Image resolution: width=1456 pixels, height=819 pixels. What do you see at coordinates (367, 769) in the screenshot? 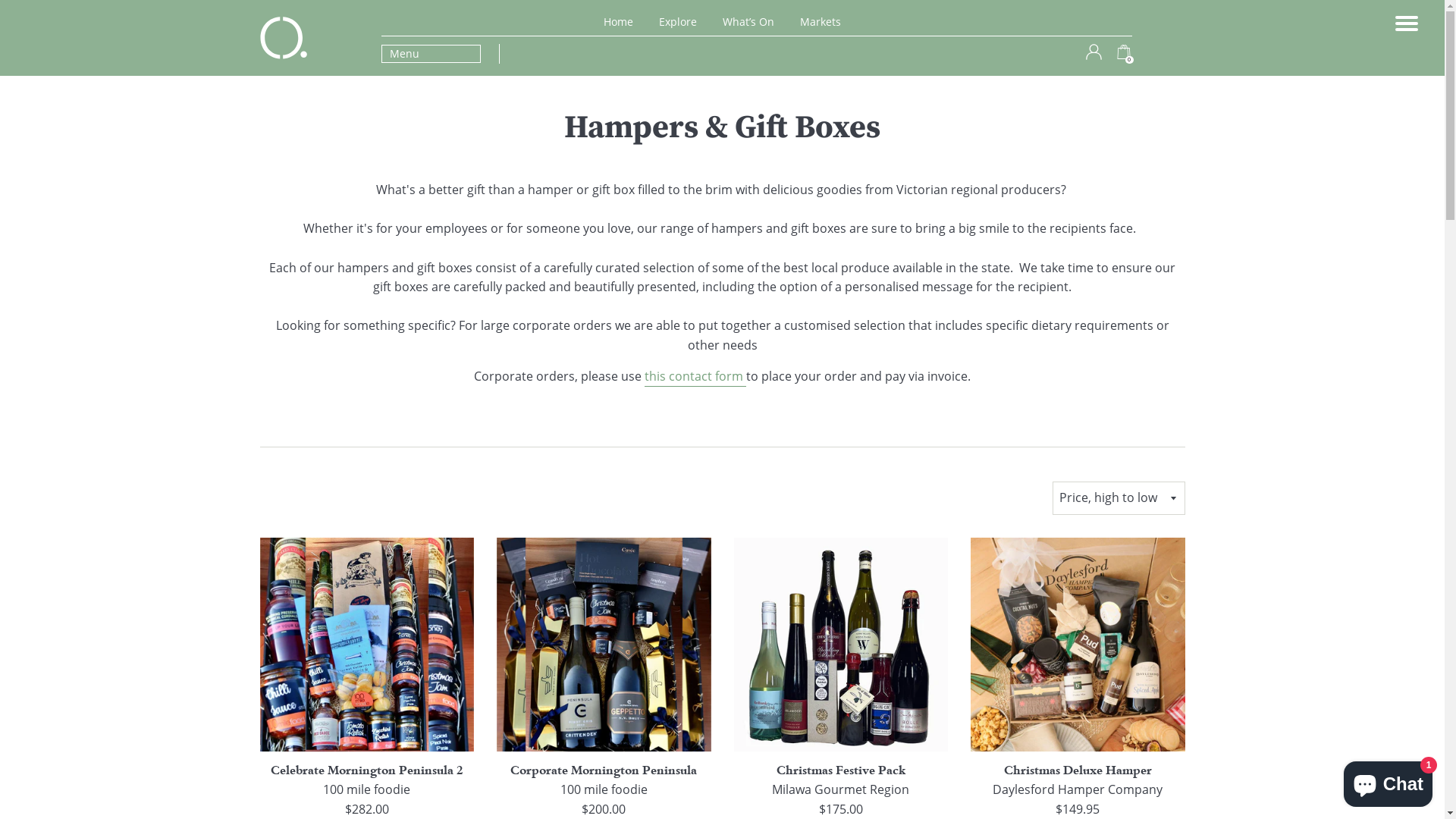
I see `'Celebrate Mornington Peninsula 2'` at bounding box center [367, 769].